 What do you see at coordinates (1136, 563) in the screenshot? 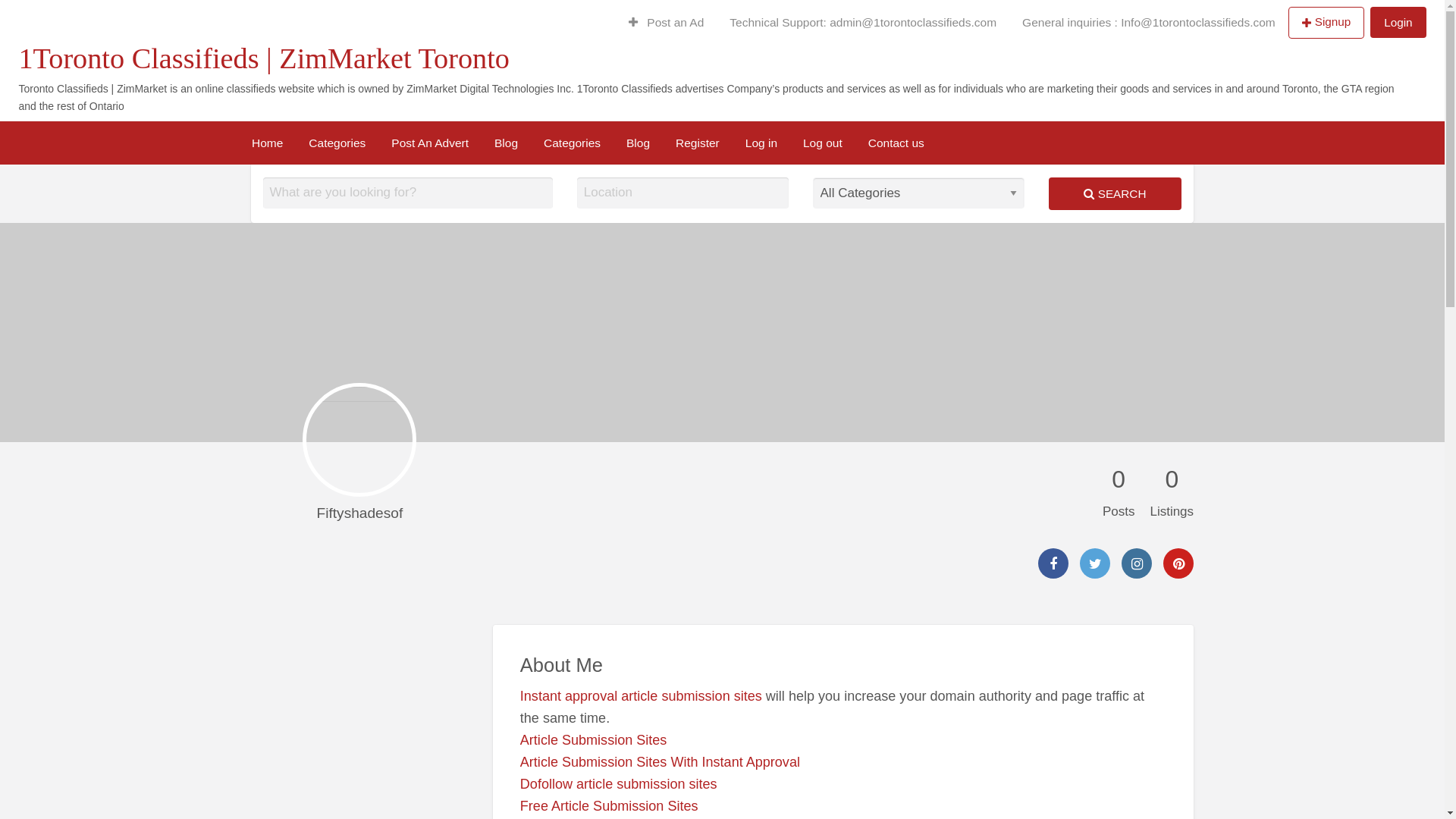
I see `'Instagram'` at bounding box center [1136, 563].